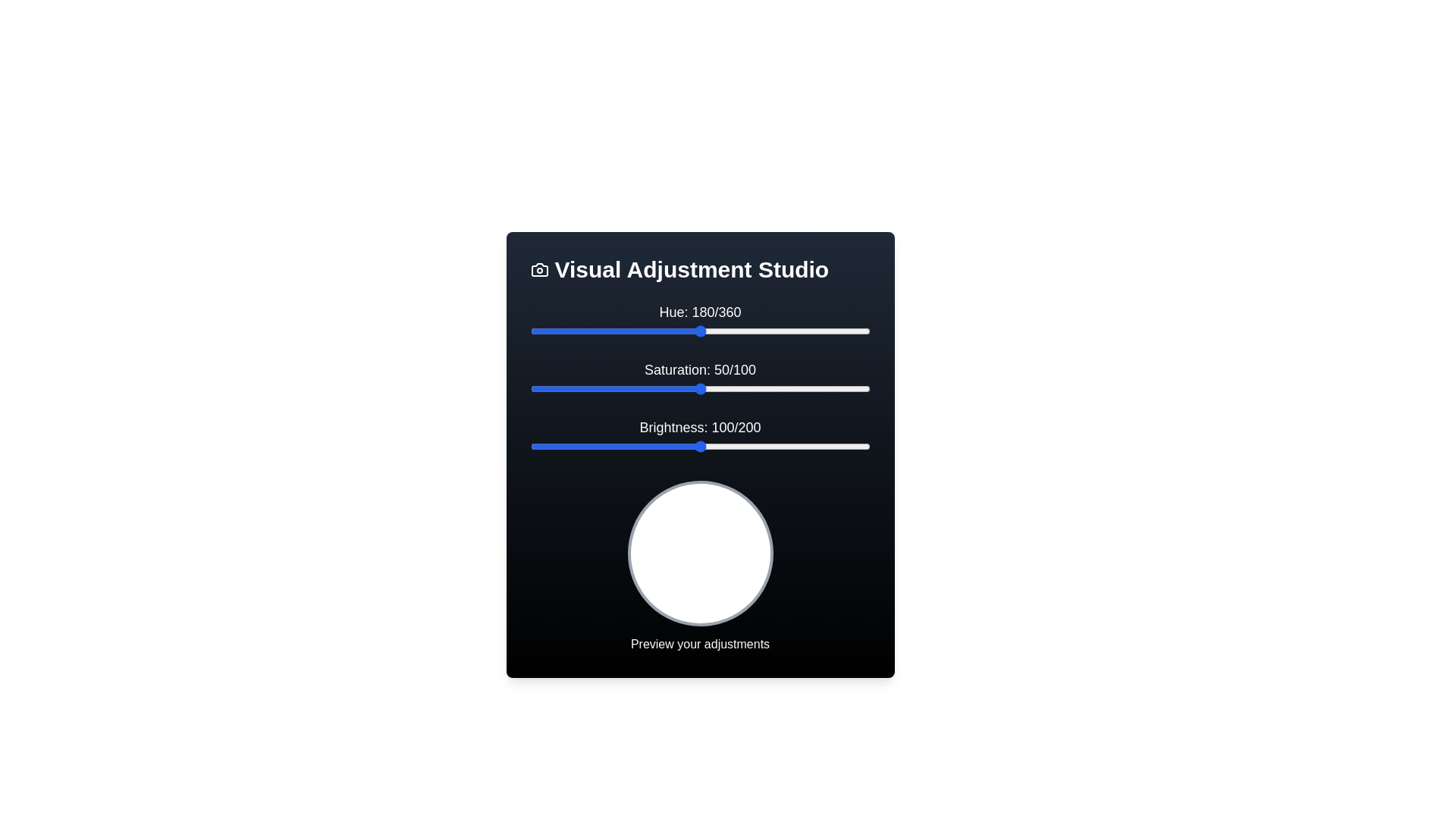  What do you see at coordinates (793, 330) in the screenshot?
I see `the 'Hue' slider to 280 by dragging the slider` at bounding box center [793, 330].